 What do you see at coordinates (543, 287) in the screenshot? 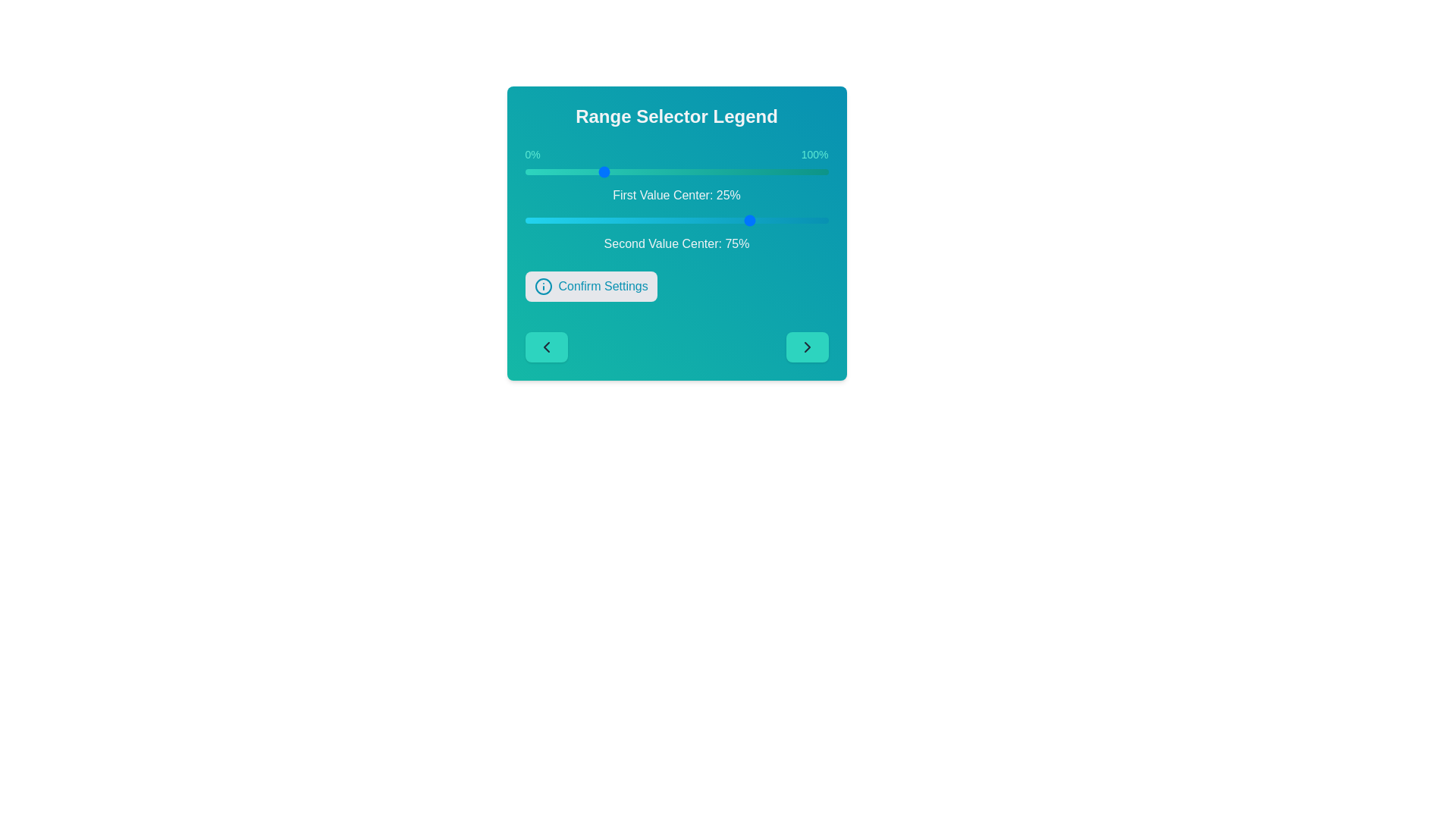
I see `the icon located to the left of the text label within the 'Confirm Settings' button` at bounding box center [543, 287].